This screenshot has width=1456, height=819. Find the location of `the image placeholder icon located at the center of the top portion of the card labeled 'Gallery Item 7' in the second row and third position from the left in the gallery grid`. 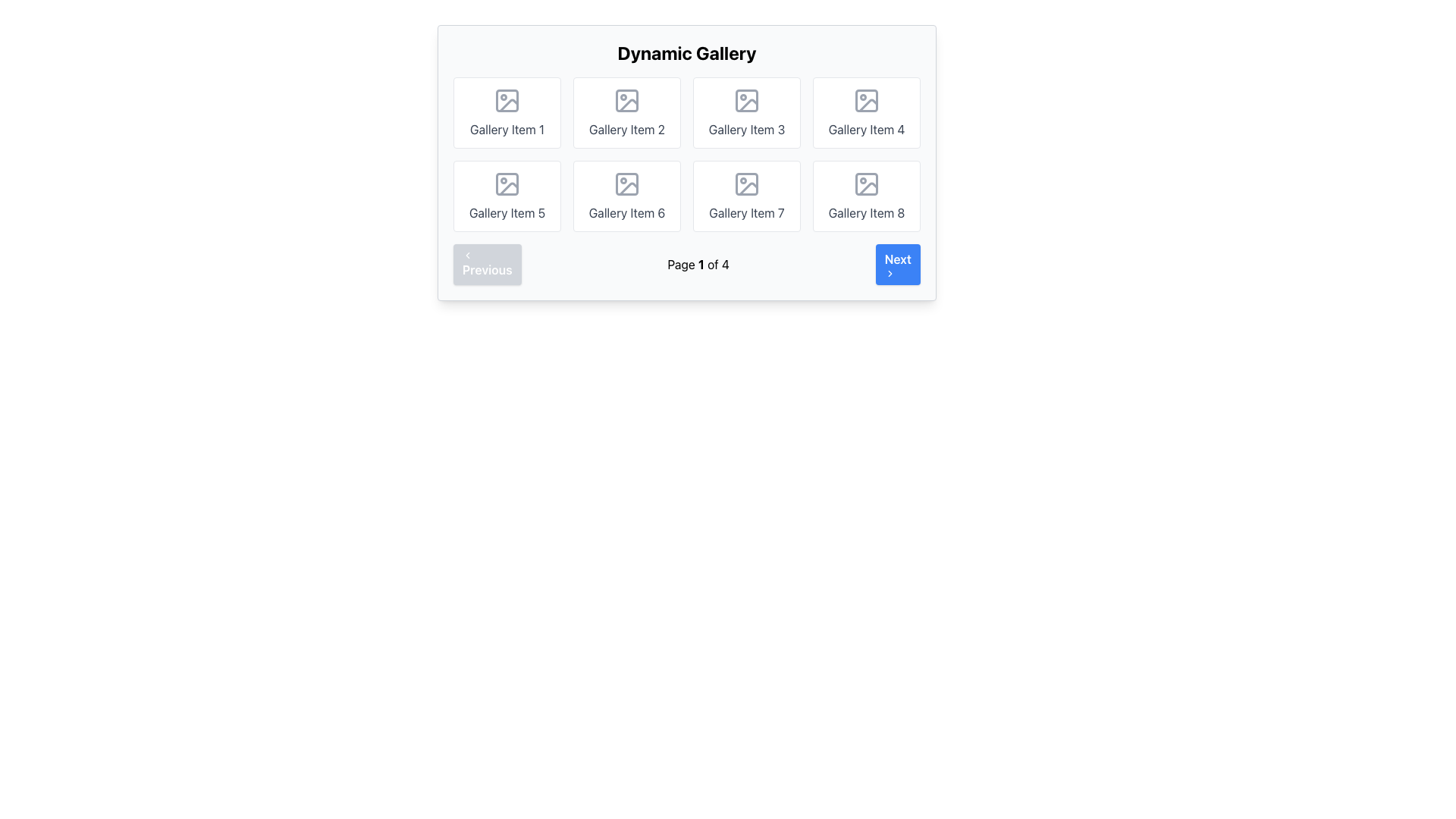

the image placeholder icon located at the center of the top portion of the card labeled 'Gallery Item 7' in the second row and third position from the left in the gallery grid is located at coordinates (746, 184).